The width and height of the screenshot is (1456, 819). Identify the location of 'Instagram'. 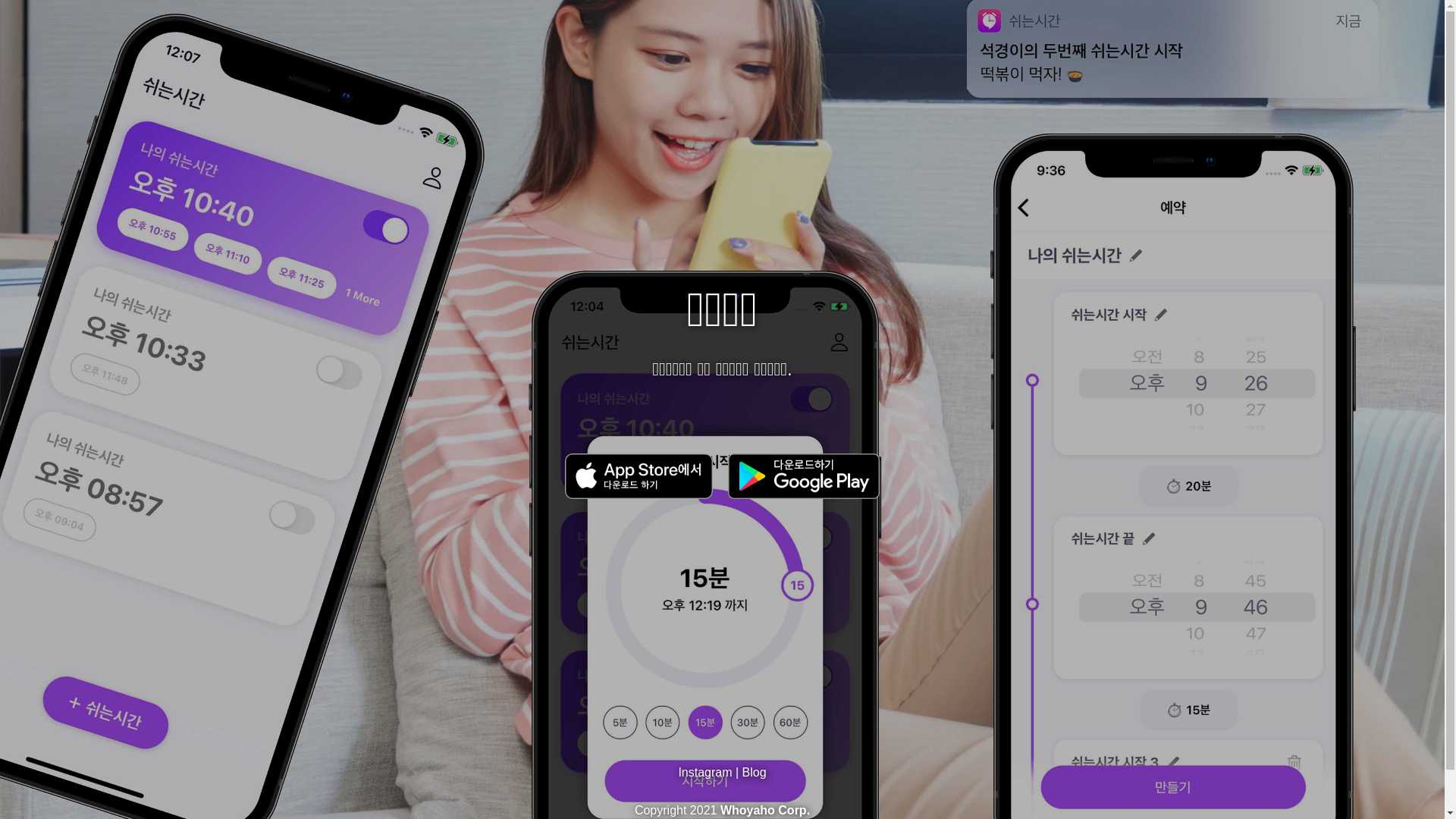
(704, 772).